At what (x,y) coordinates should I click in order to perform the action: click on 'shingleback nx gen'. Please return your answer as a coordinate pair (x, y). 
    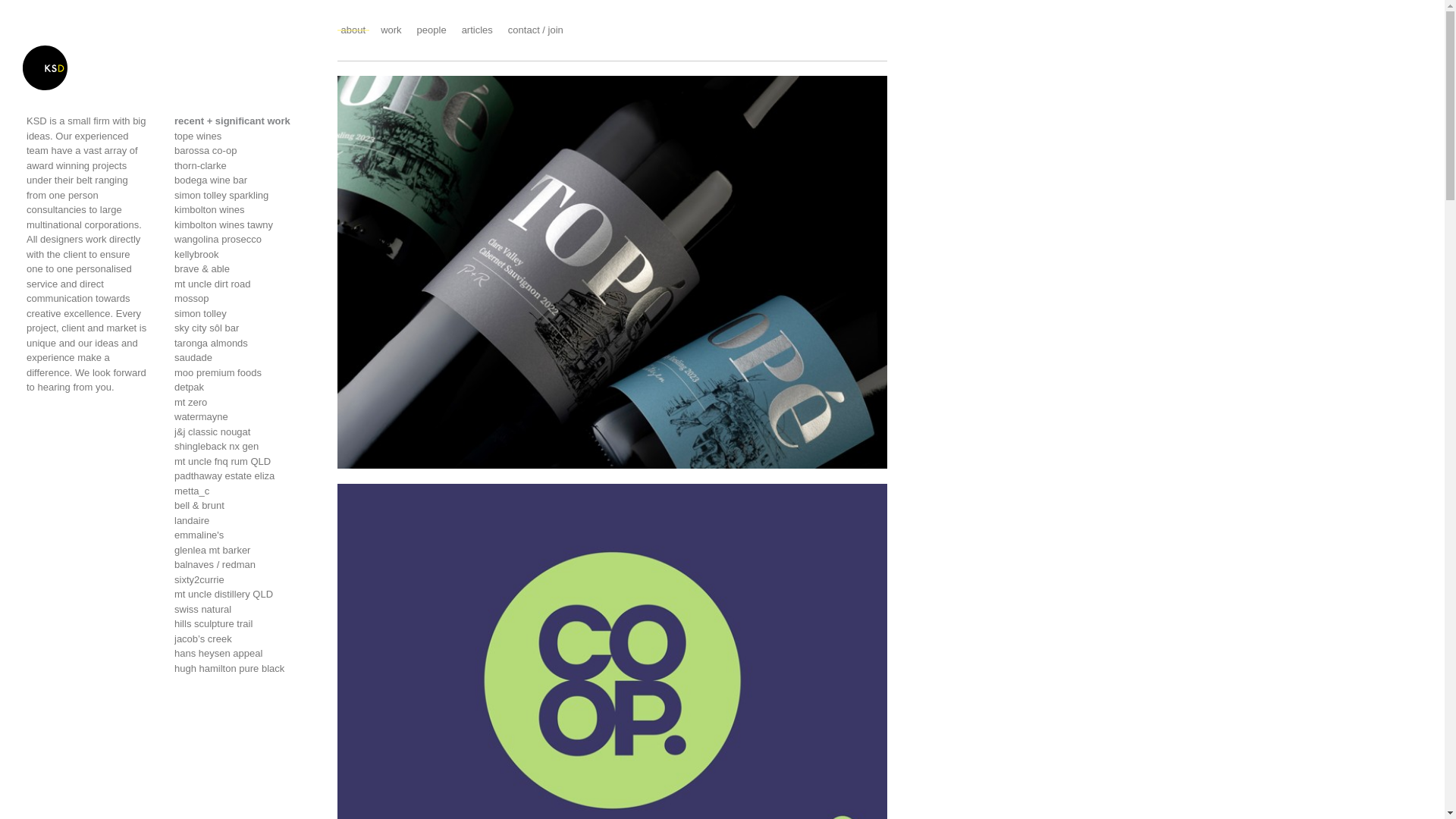
    Looking at the image, I should click on (243, 446).